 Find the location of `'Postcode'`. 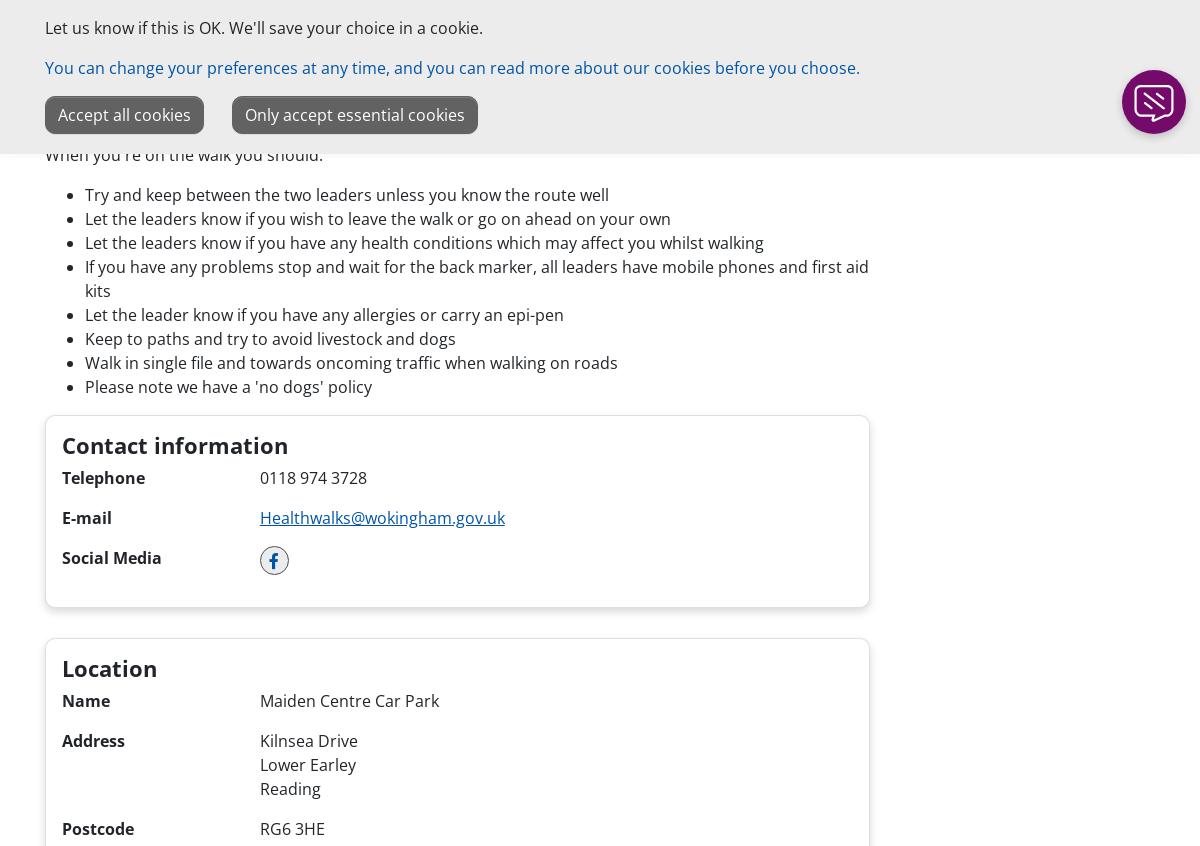

'Postcode' is located at coordinates (98, 828).